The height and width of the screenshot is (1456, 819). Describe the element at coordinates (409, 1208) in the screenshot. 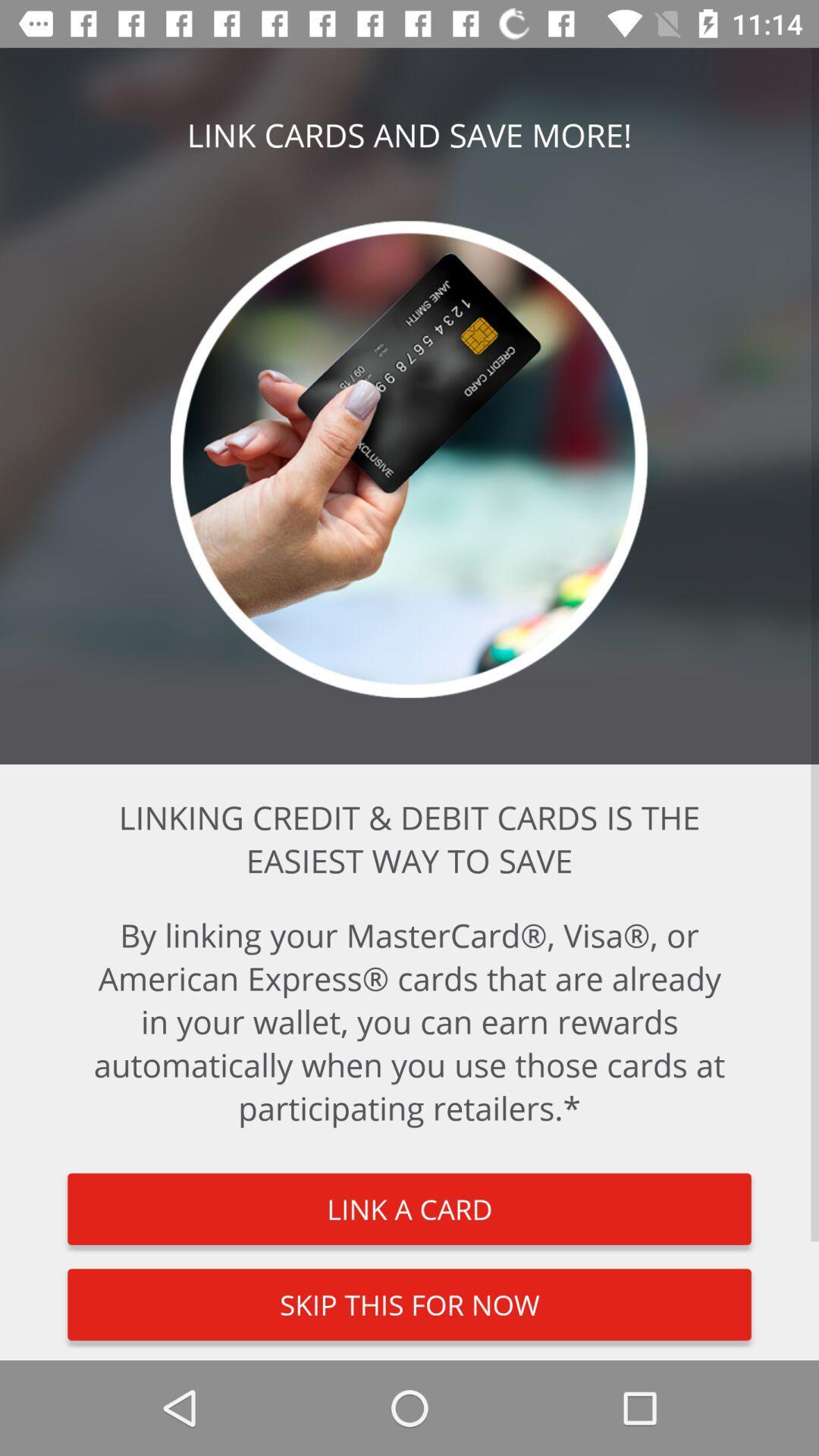

I see `link a card` at that location.